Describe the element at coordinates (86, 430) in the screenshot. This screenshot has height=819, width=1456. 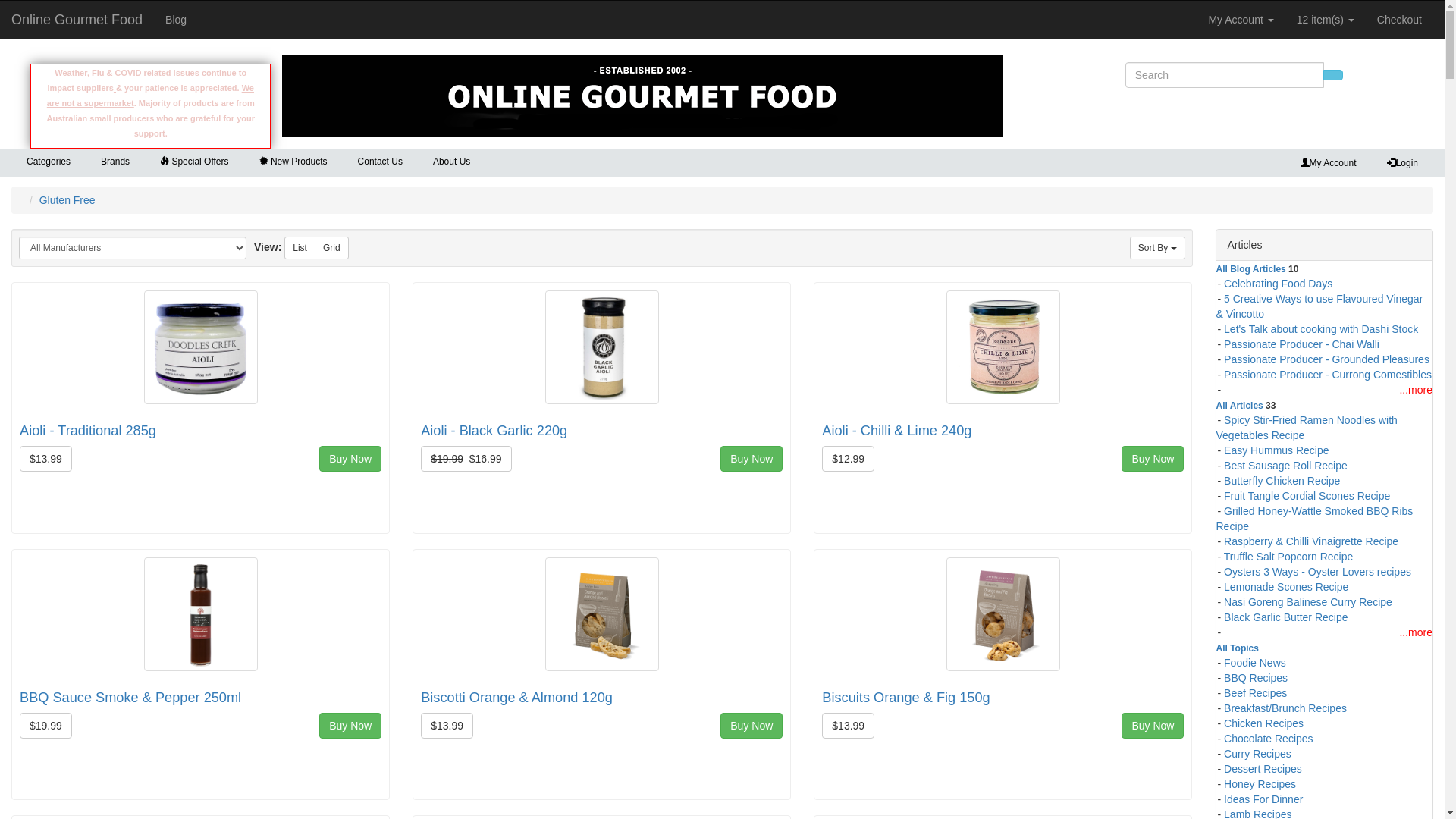
I see `'Aioli - Traditional 285g'` at that location.